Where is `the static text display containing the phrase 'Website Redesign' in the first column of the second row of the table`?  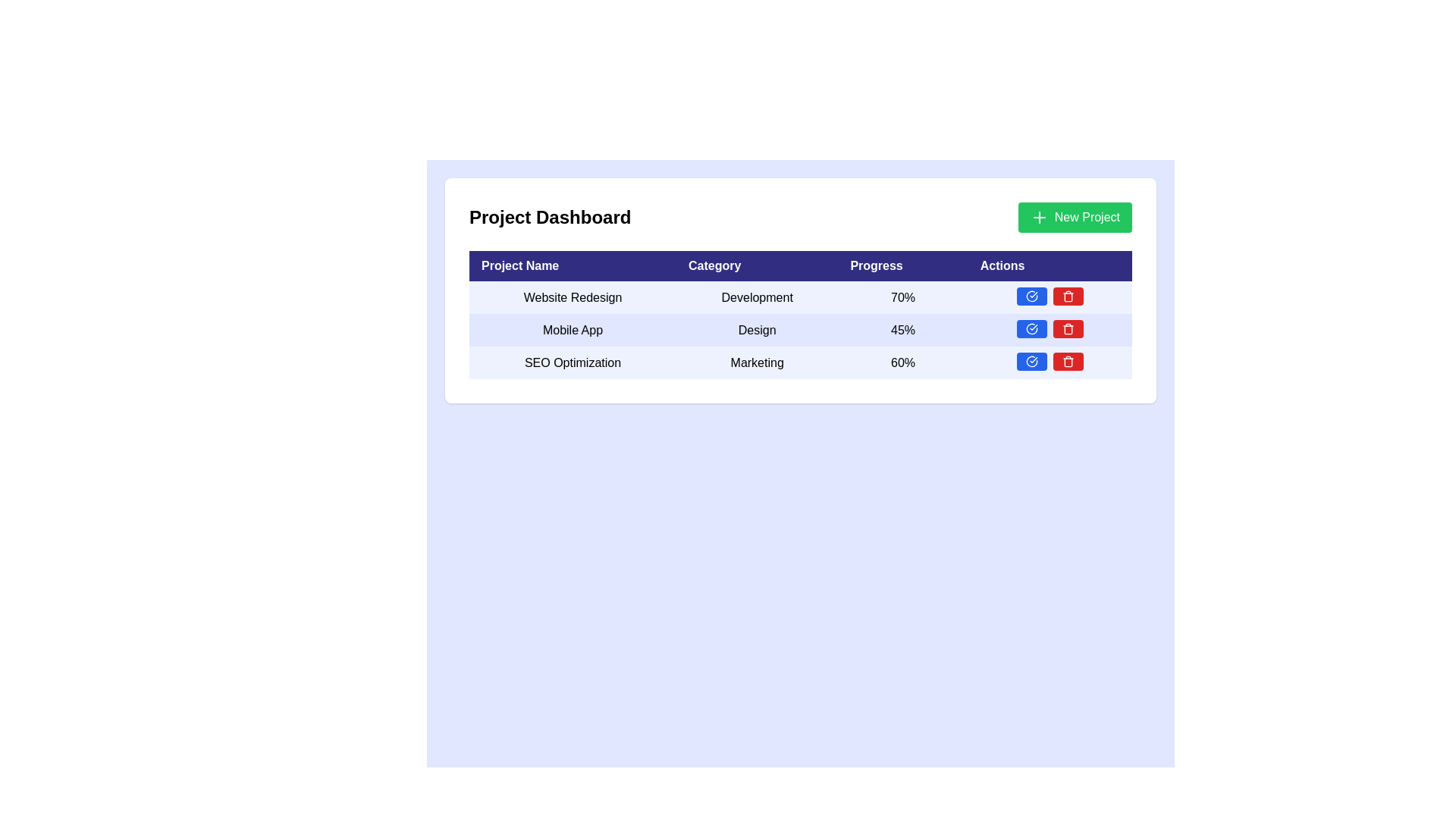
the static text display containing the phrase 'Website Redesign' in the first column of the second row of the table is located at coordinates (572, 297).